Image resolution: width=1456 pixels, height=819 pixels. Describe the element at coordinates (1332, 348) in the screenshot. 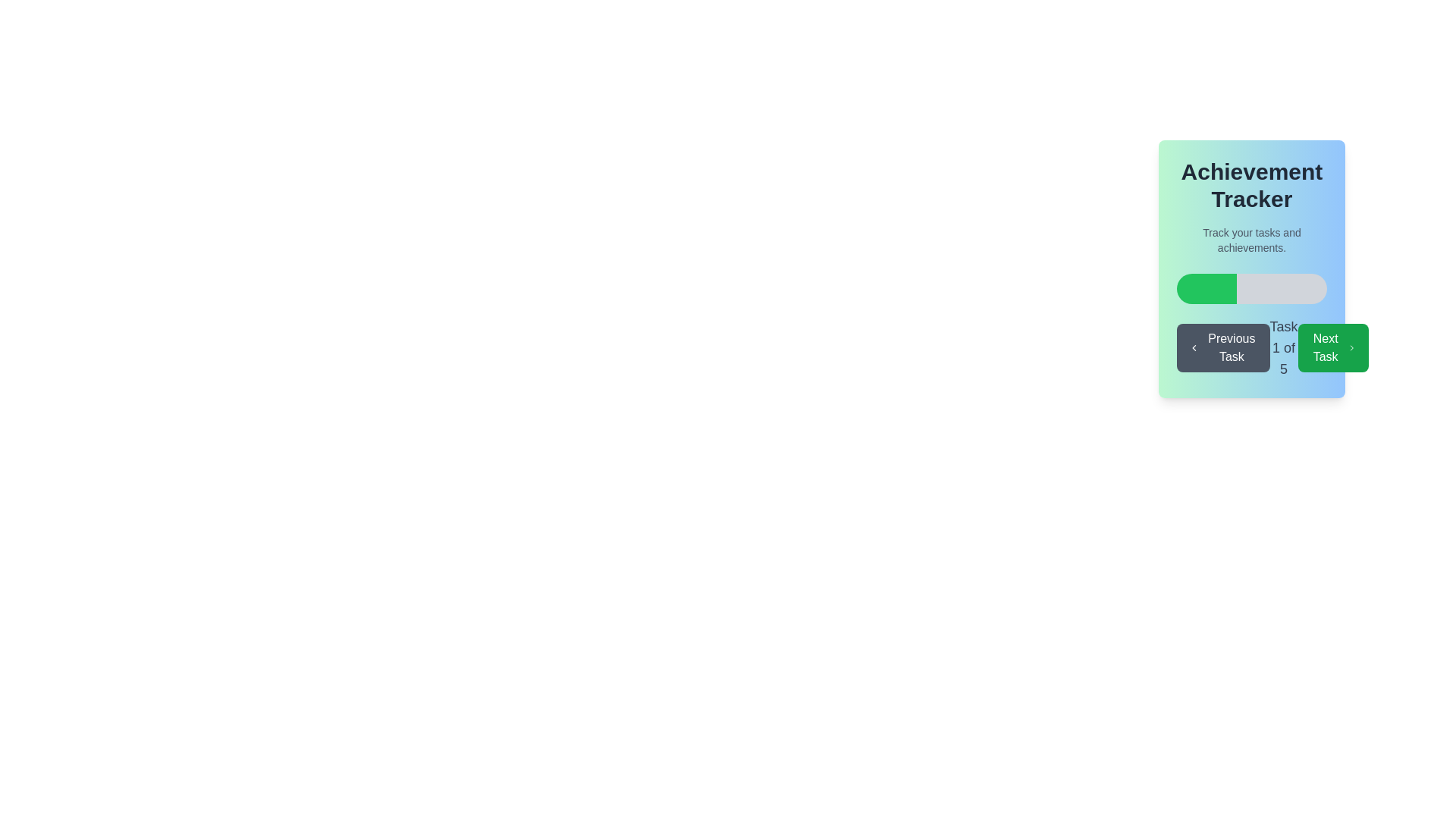

I see `the 'Next Task' button located at the bottom right of the 'Achievement Tracker' card` at that location.